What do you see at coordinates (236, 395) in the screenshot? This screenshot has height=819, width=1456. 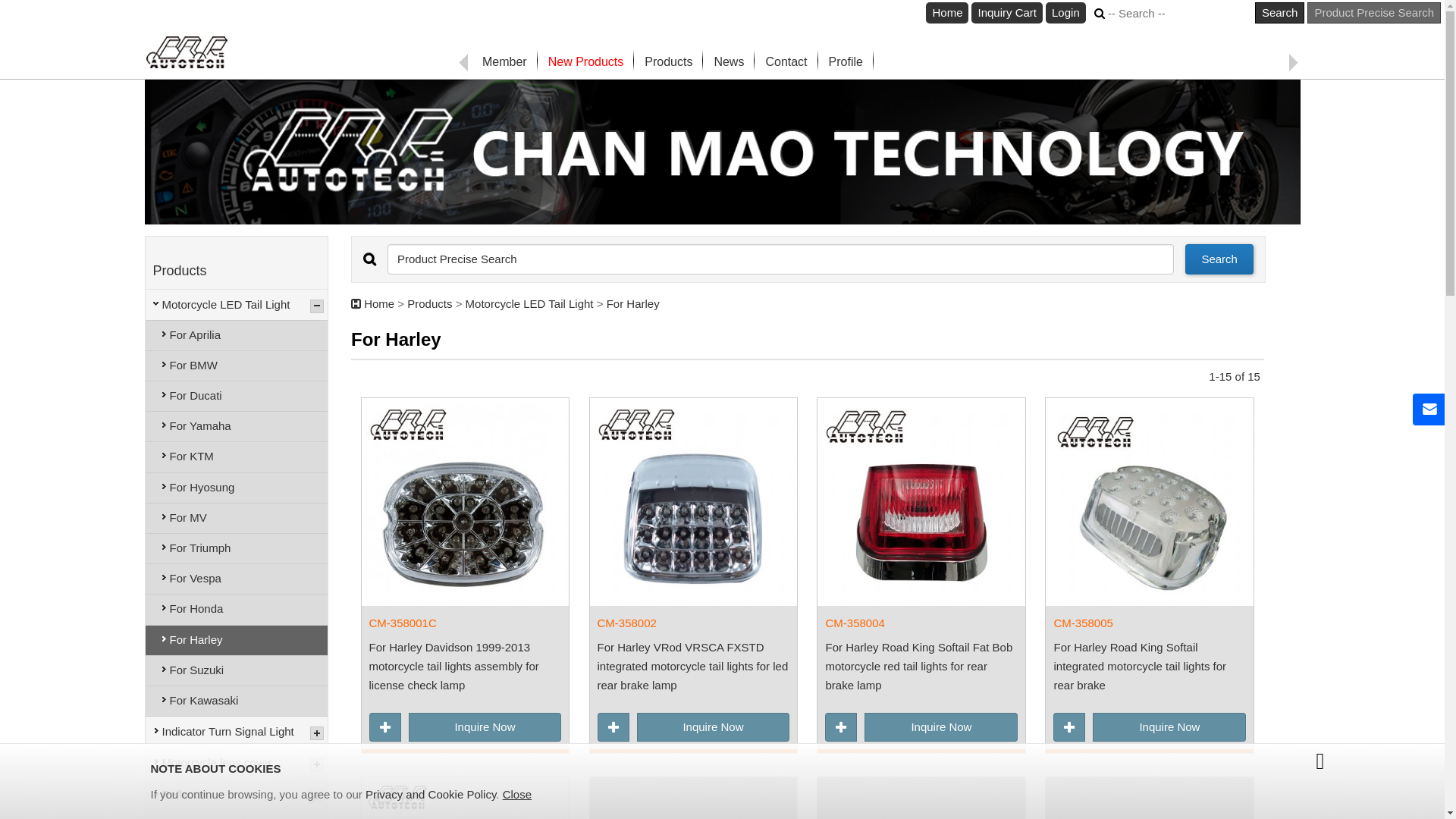 I see `'For Ducati'` at bounding box center [236, 395].